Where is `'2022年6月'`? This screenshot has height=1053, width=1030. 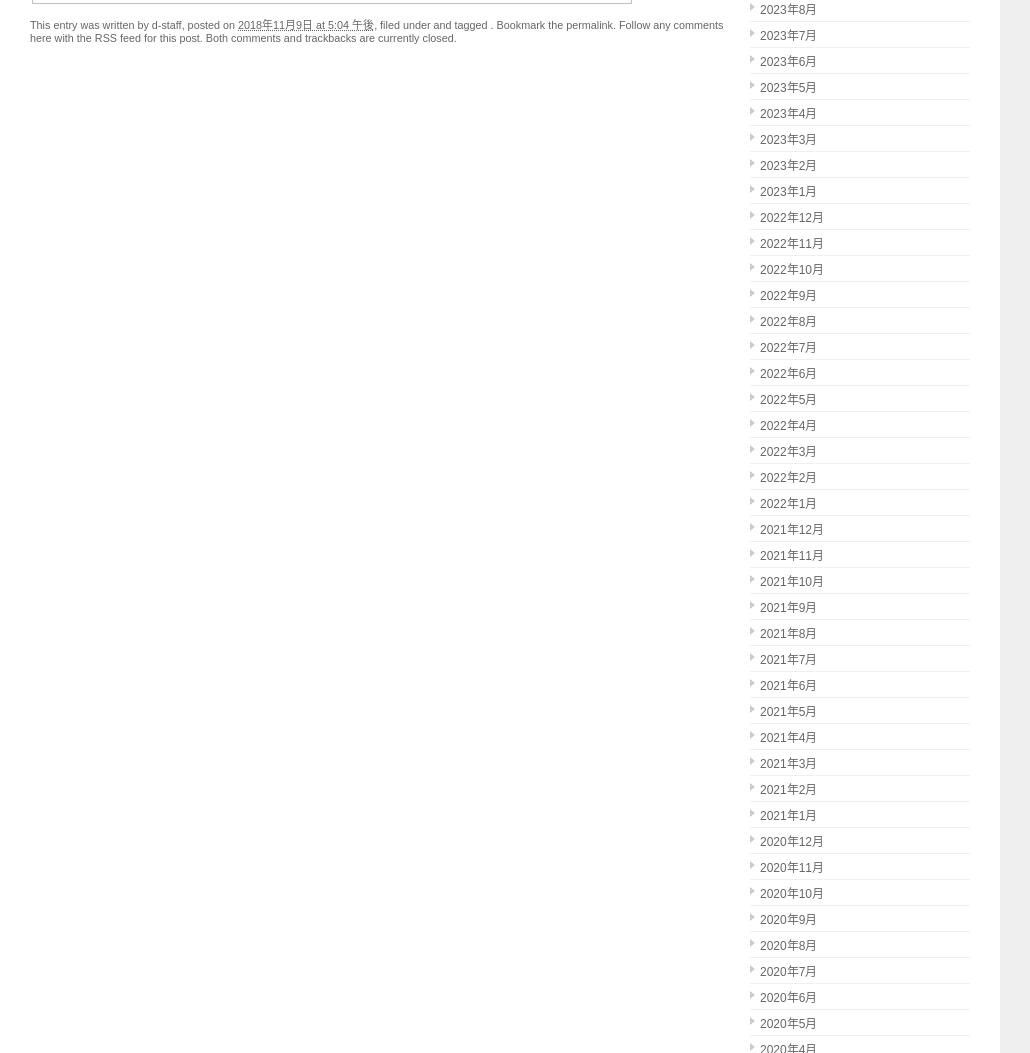 '2022年6月' is located at coordinates (787, 373).